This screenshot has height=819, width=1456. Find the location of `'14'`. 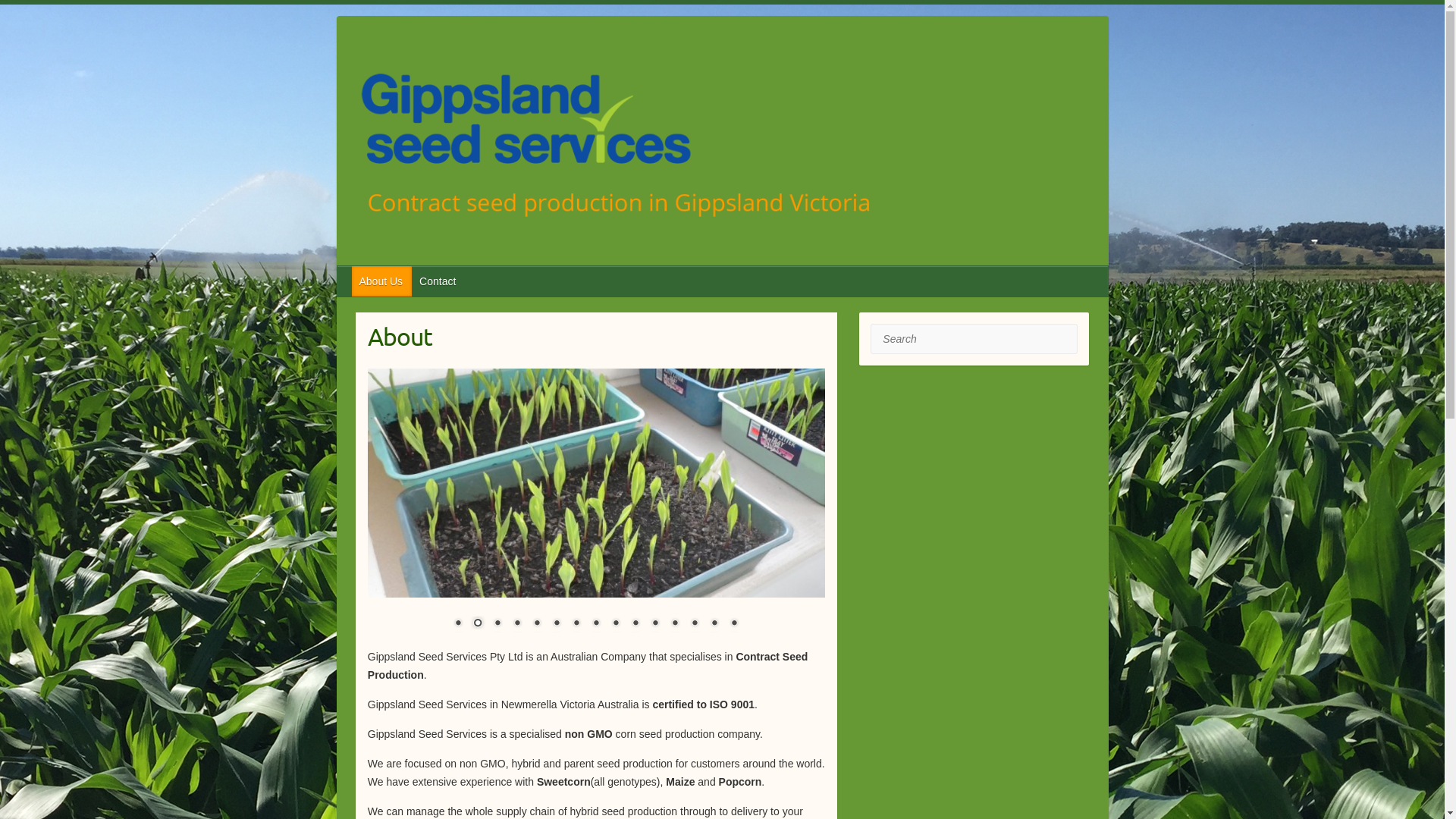

'14' is located at coordinates (713, 623).